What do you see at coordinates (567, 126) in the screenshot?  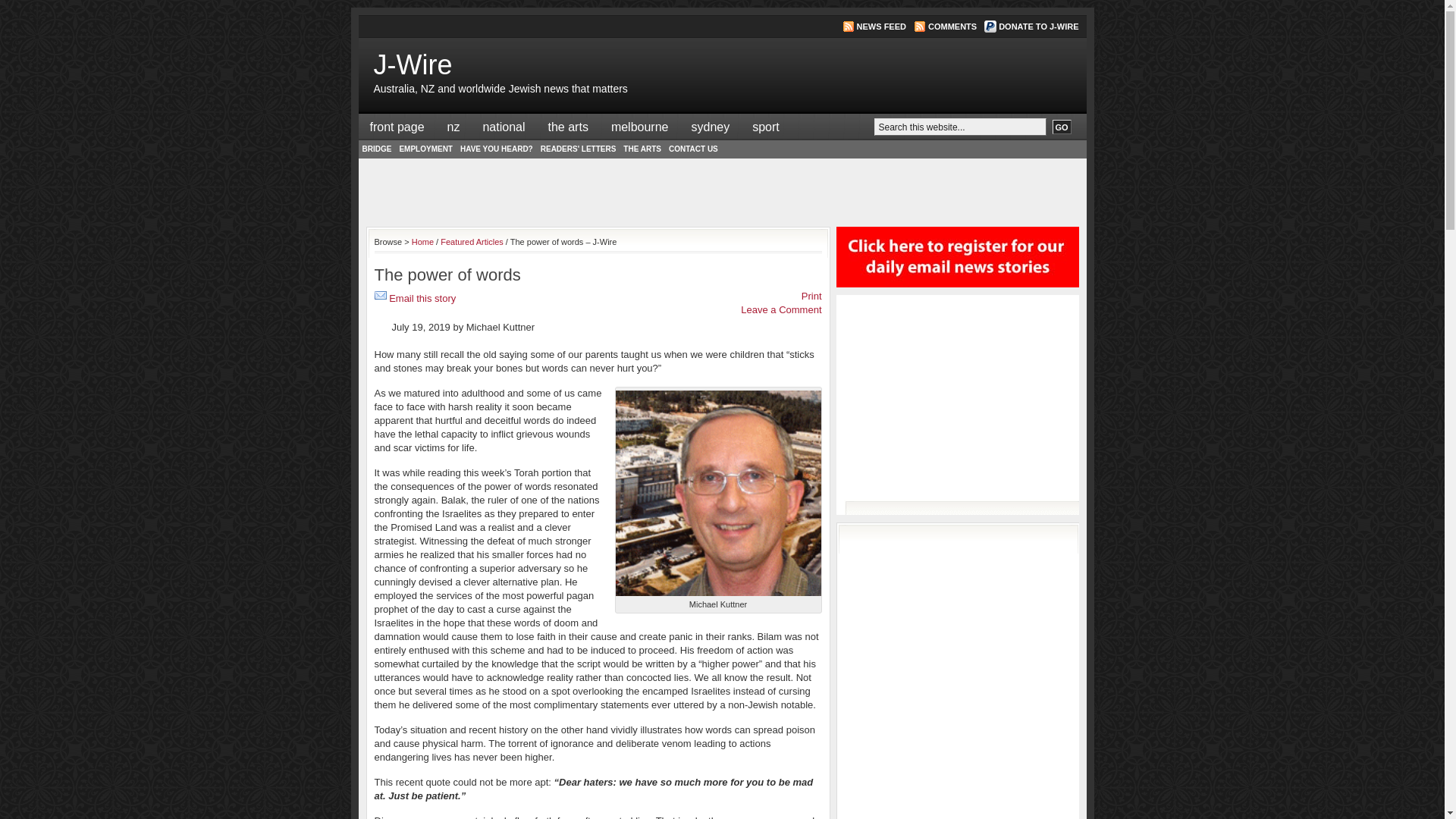 I see `'the arts'` at bounding box center [567, 126].